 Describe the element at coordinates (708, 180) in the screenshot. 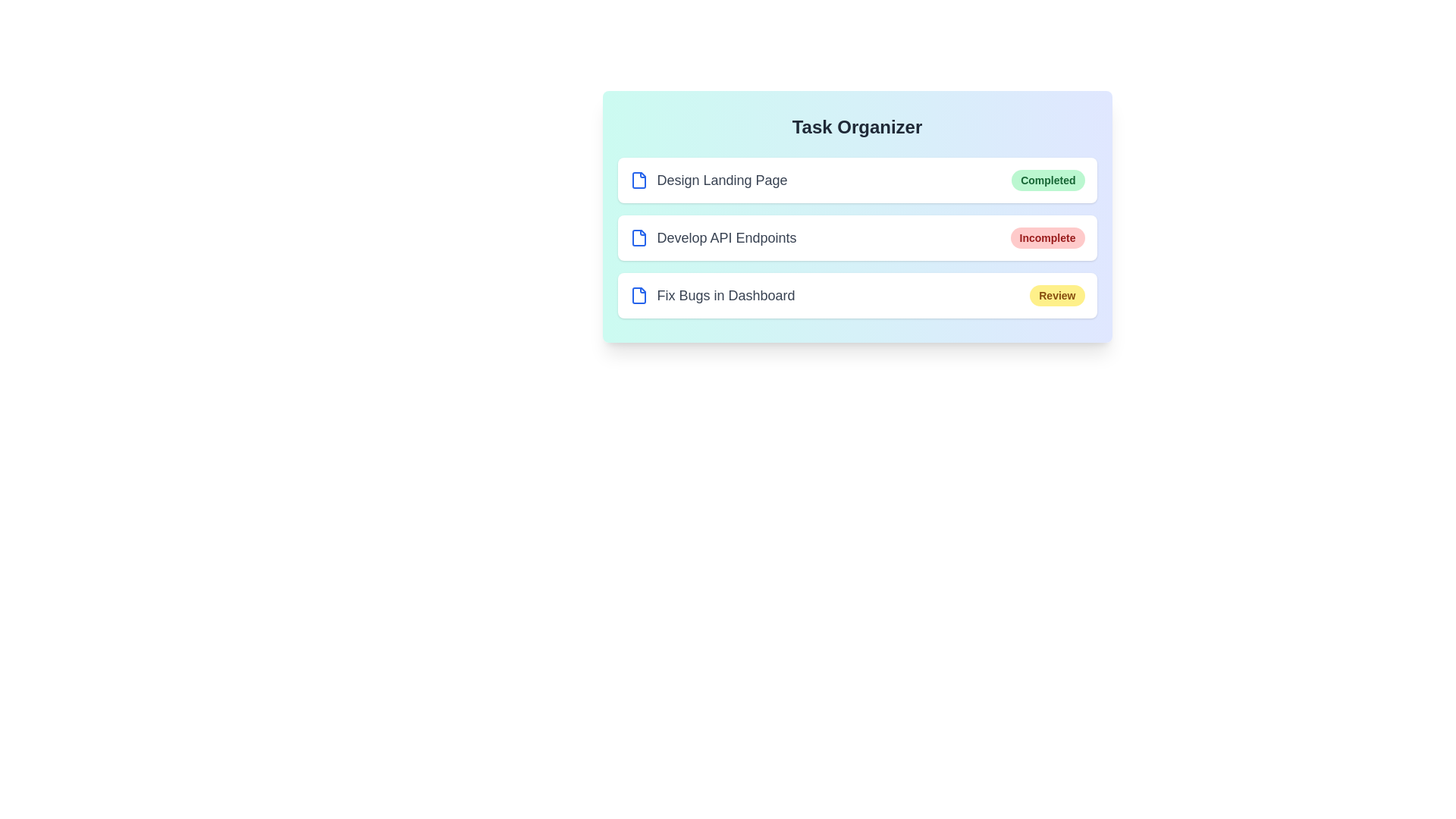

I see `the task name Design Landing Page to interact with it` at that location.